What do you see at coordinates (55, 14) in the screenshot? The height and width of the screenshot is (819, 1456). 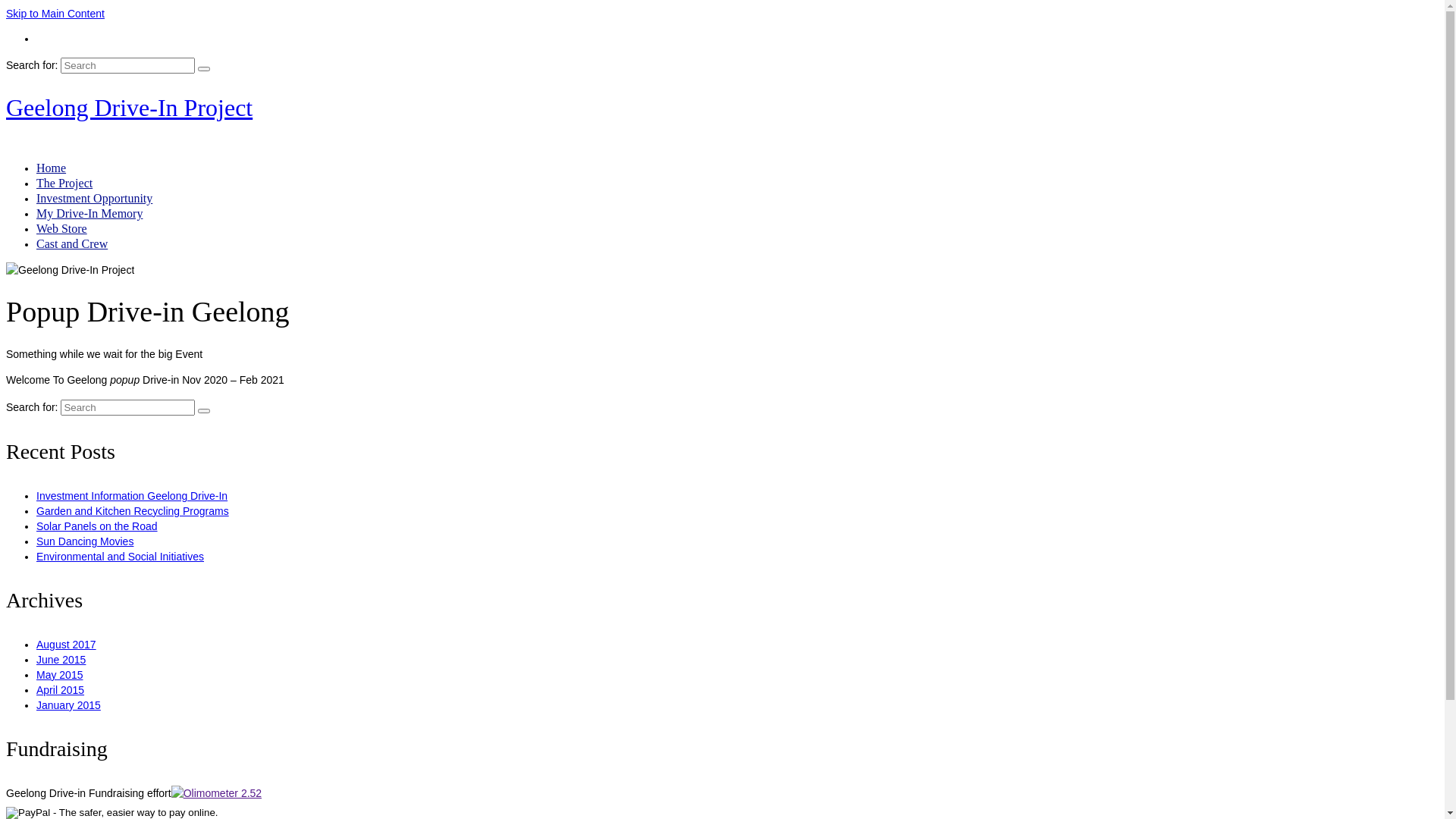 I see `'Skip to Main Content'` at bounding box center [55, 14].